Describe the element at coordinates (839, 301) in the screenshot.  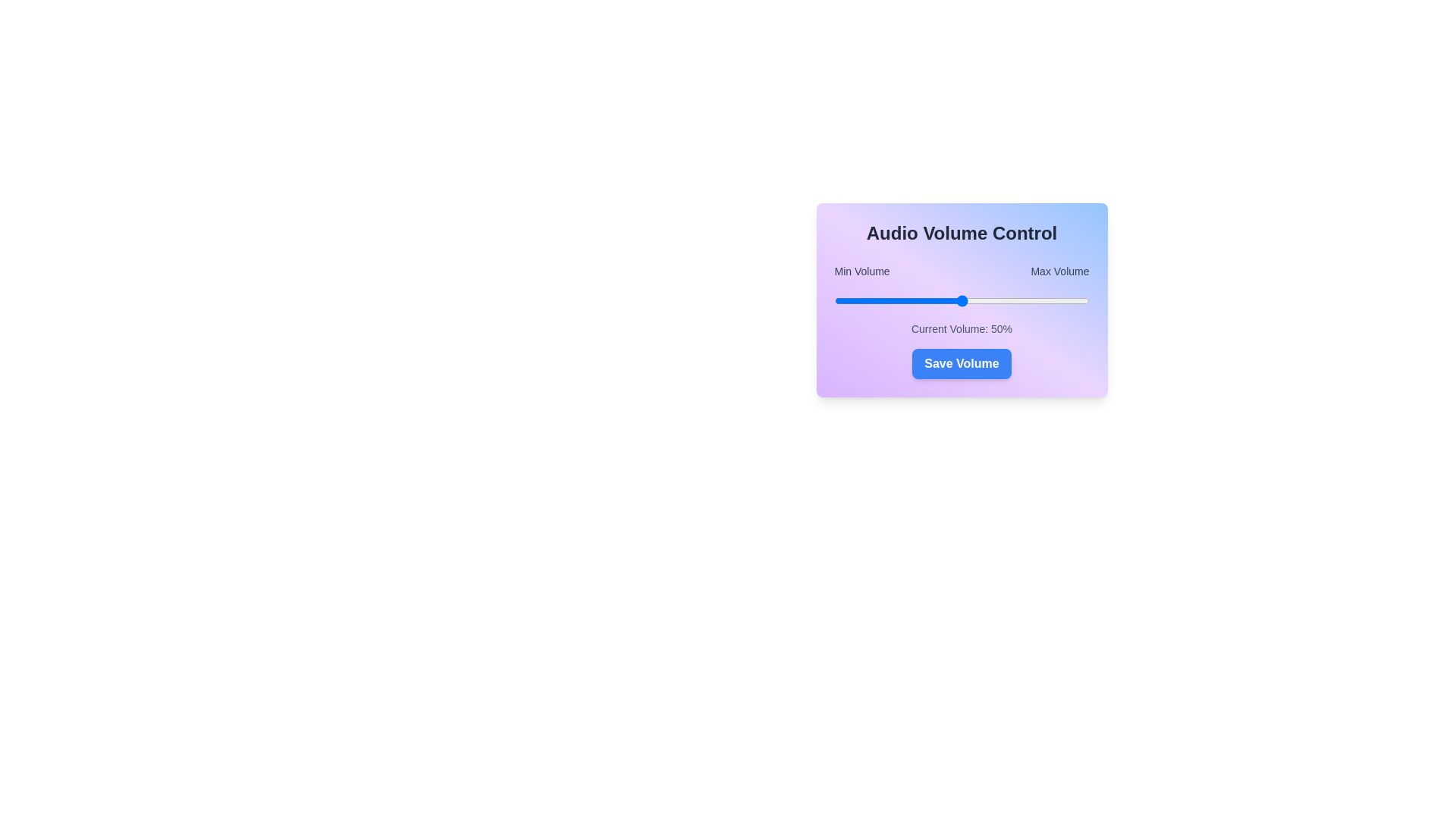
I see `the volume slider to set the volume to 2%` at that location.